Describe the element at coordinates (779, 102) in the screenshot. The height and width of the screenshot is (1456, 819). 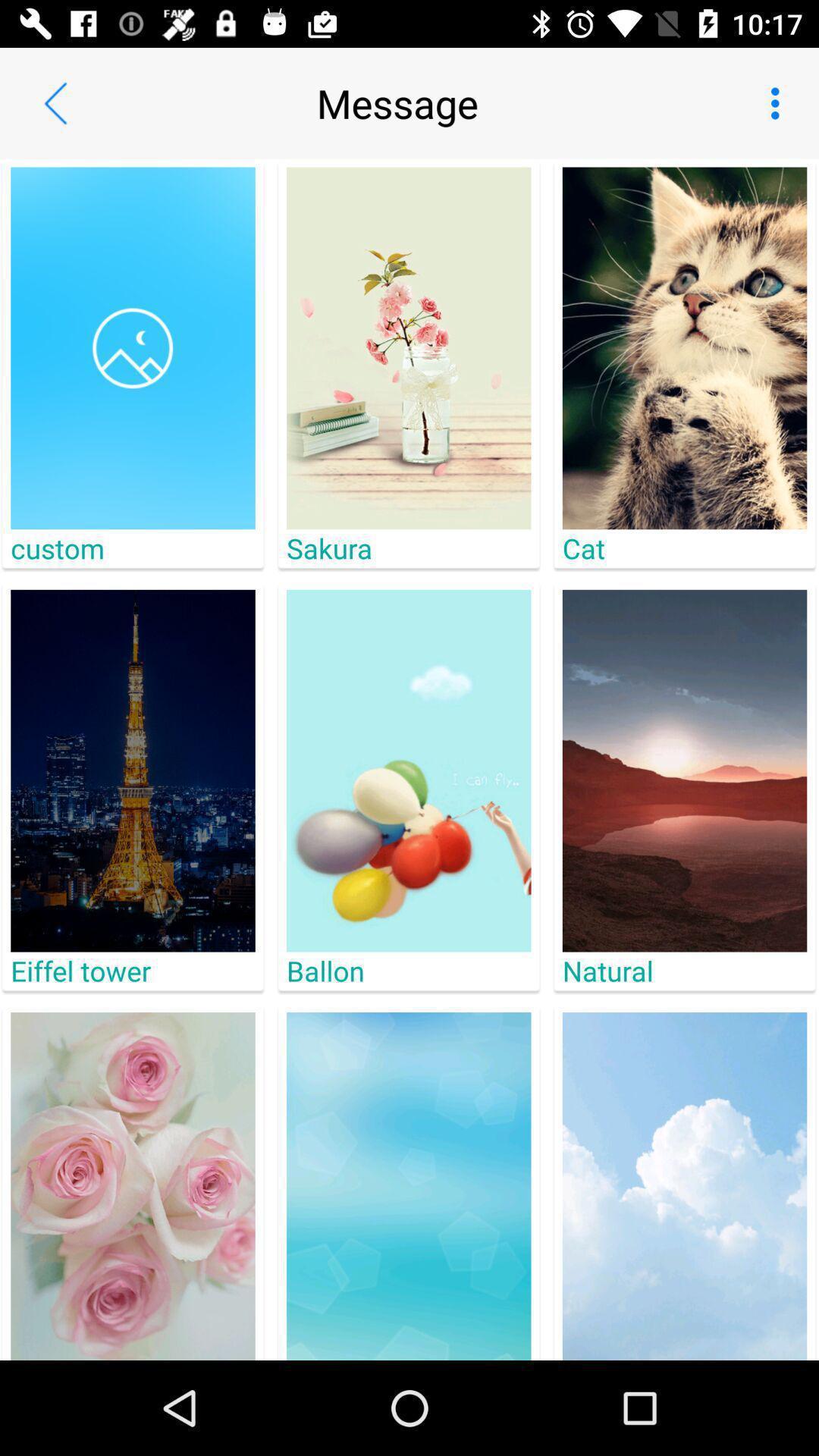
I see `the item to the right of the message item` at that location.